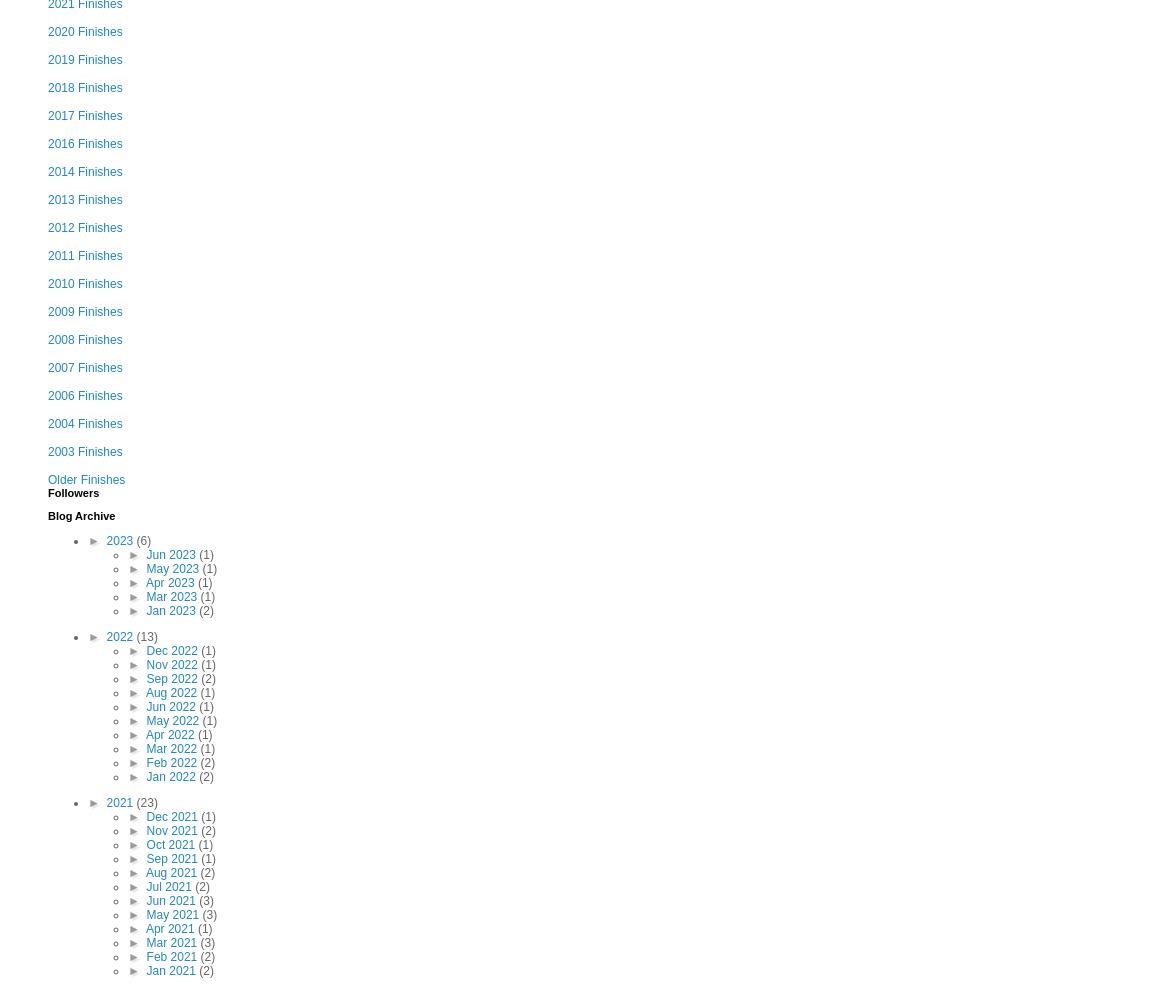 Image resolution: width=1158 pixels, height=984 pixels. I want to click on 'Jan 2022', so click(171, 775).